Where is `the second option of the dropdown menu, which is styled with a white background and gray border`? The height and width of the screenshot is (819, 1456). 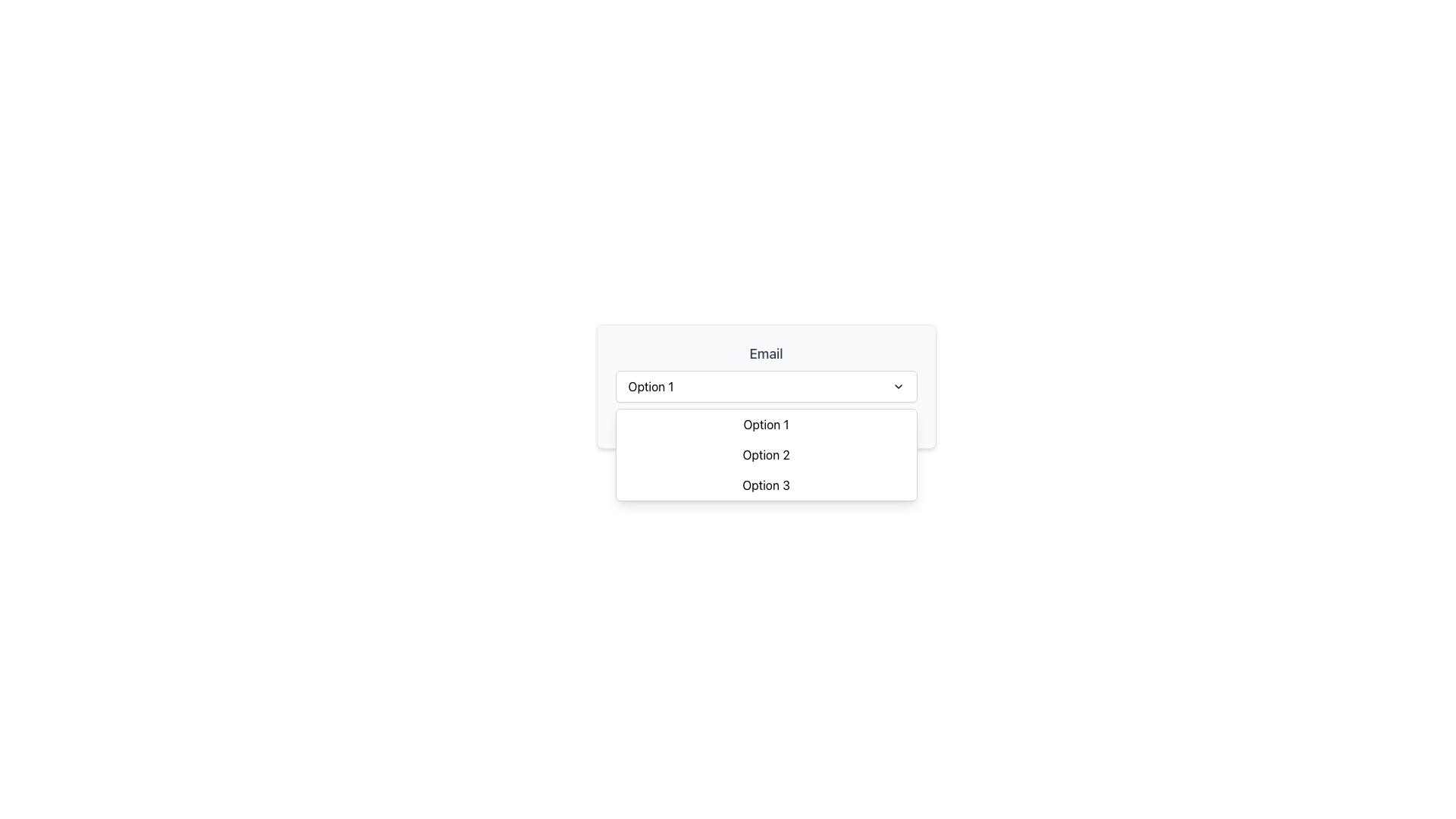
the second option of the dropdown menu, which is styled with a white background and gray border is located at coordinates (766, 454).